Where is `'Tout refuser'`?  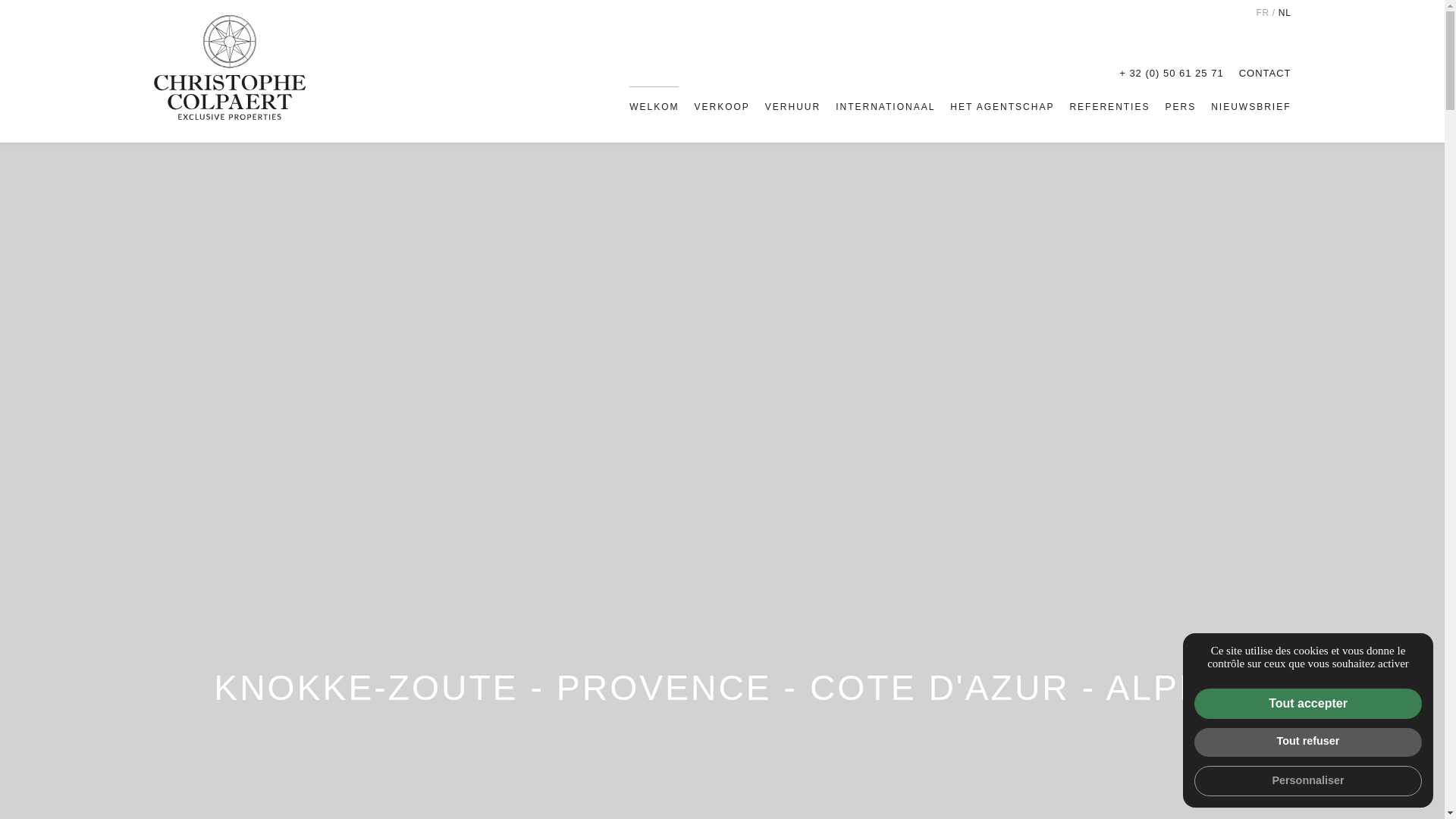
'Tout refuser' is located at coordinates (1307, 742).